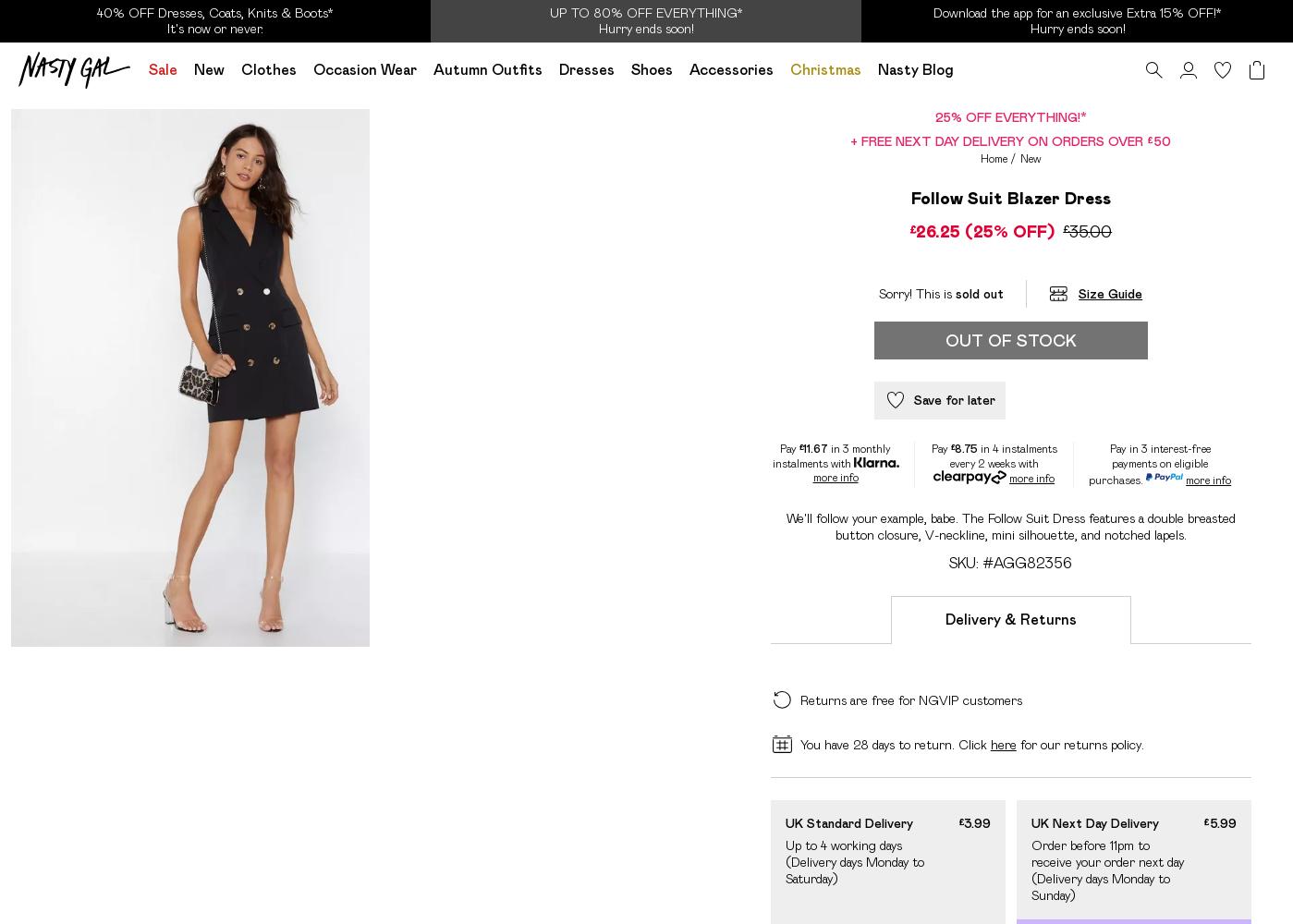  I want to click on '£8.75', so click(962, 446).